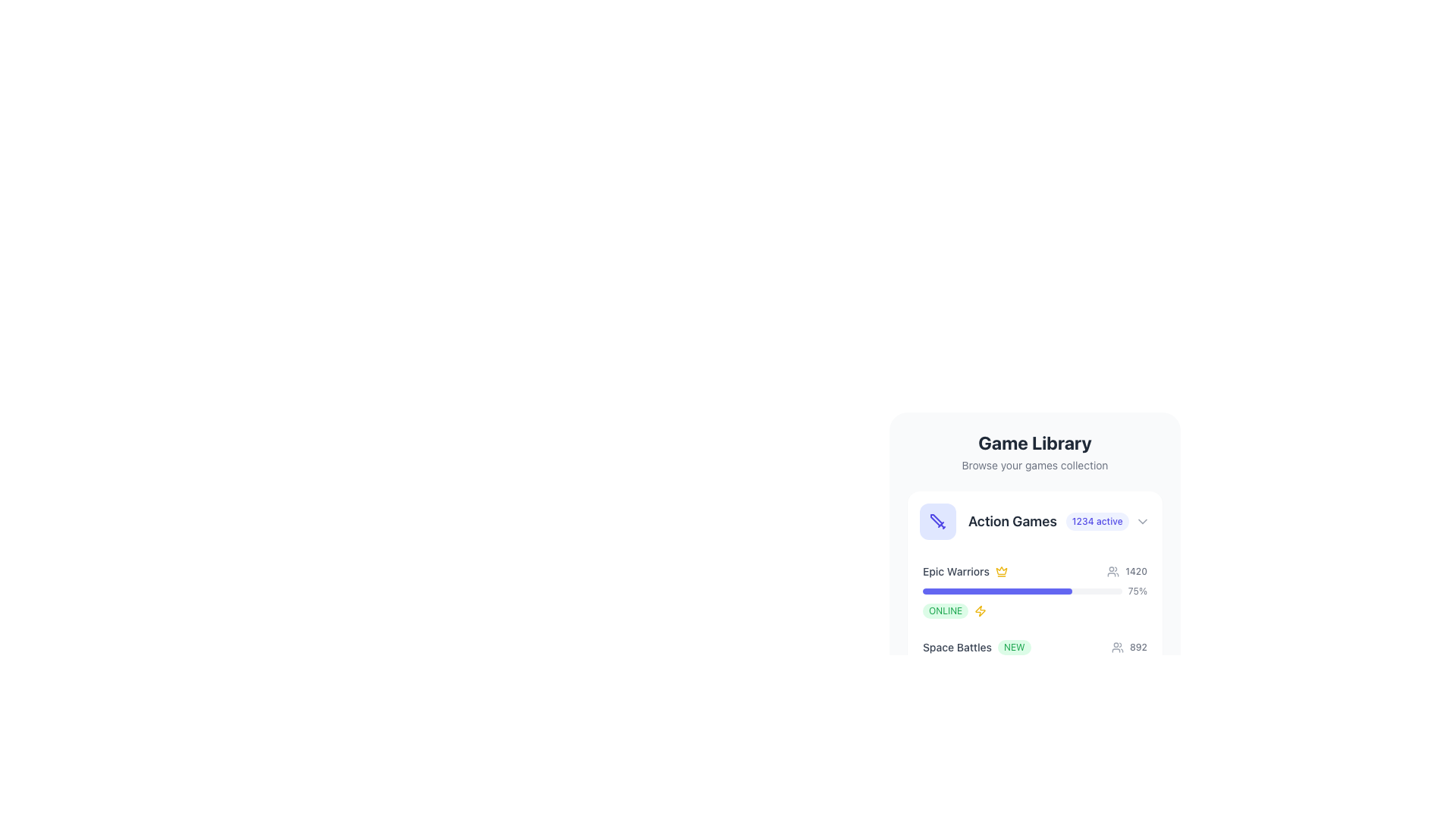 The height and width of the screenshot is (819, 1456). Describe the element at coordinates (956, 647) in the screenshot. I see `text displayed on the Text Label that says 'Space Battles', located at the bottom of the 'Action Games' section in the 'Game Library' interface` at that location.